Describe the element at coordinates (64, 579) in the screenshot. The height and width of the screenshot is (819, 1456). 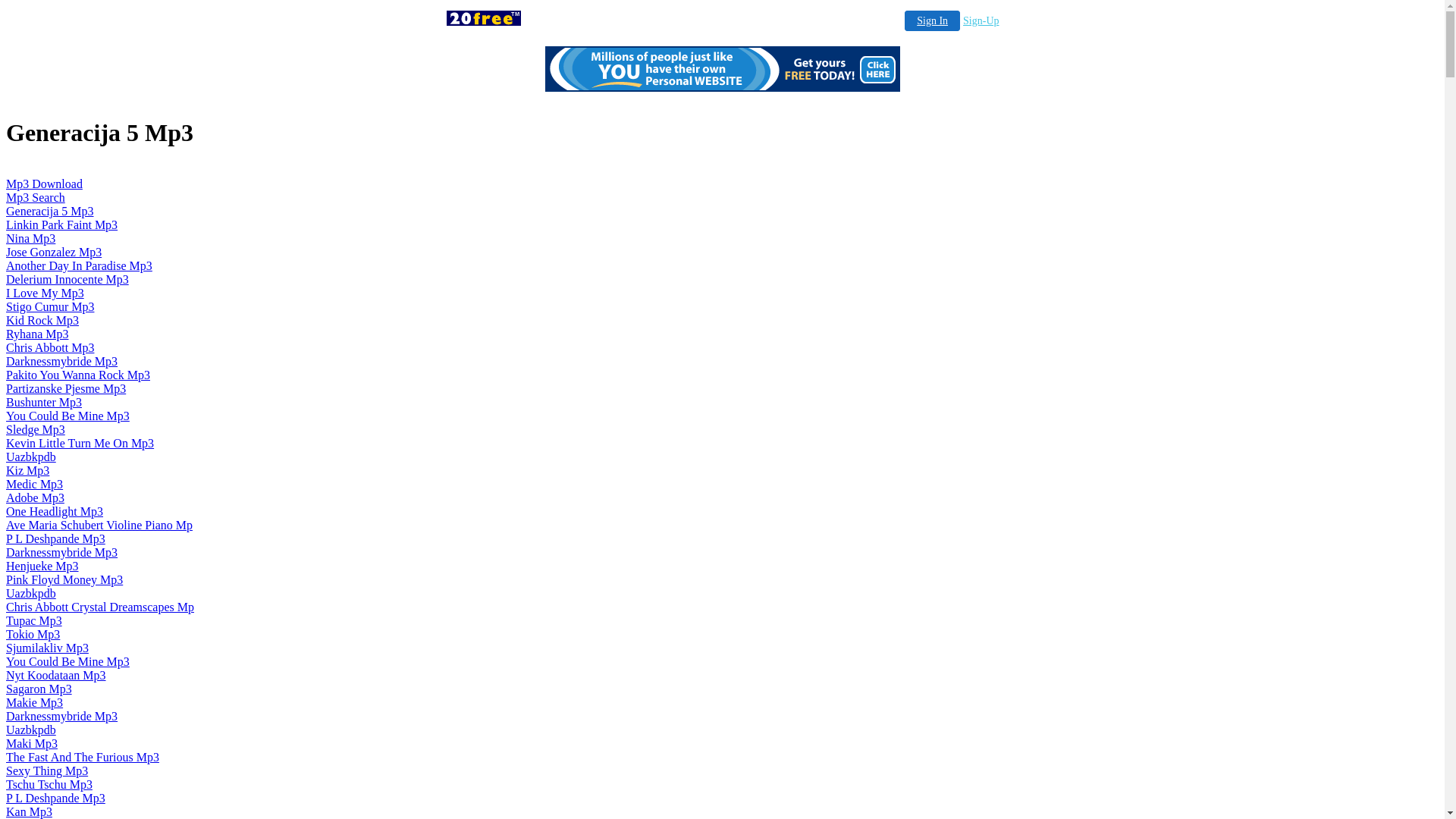
I see `'Pink Floyd Money Mp3'` at that location.